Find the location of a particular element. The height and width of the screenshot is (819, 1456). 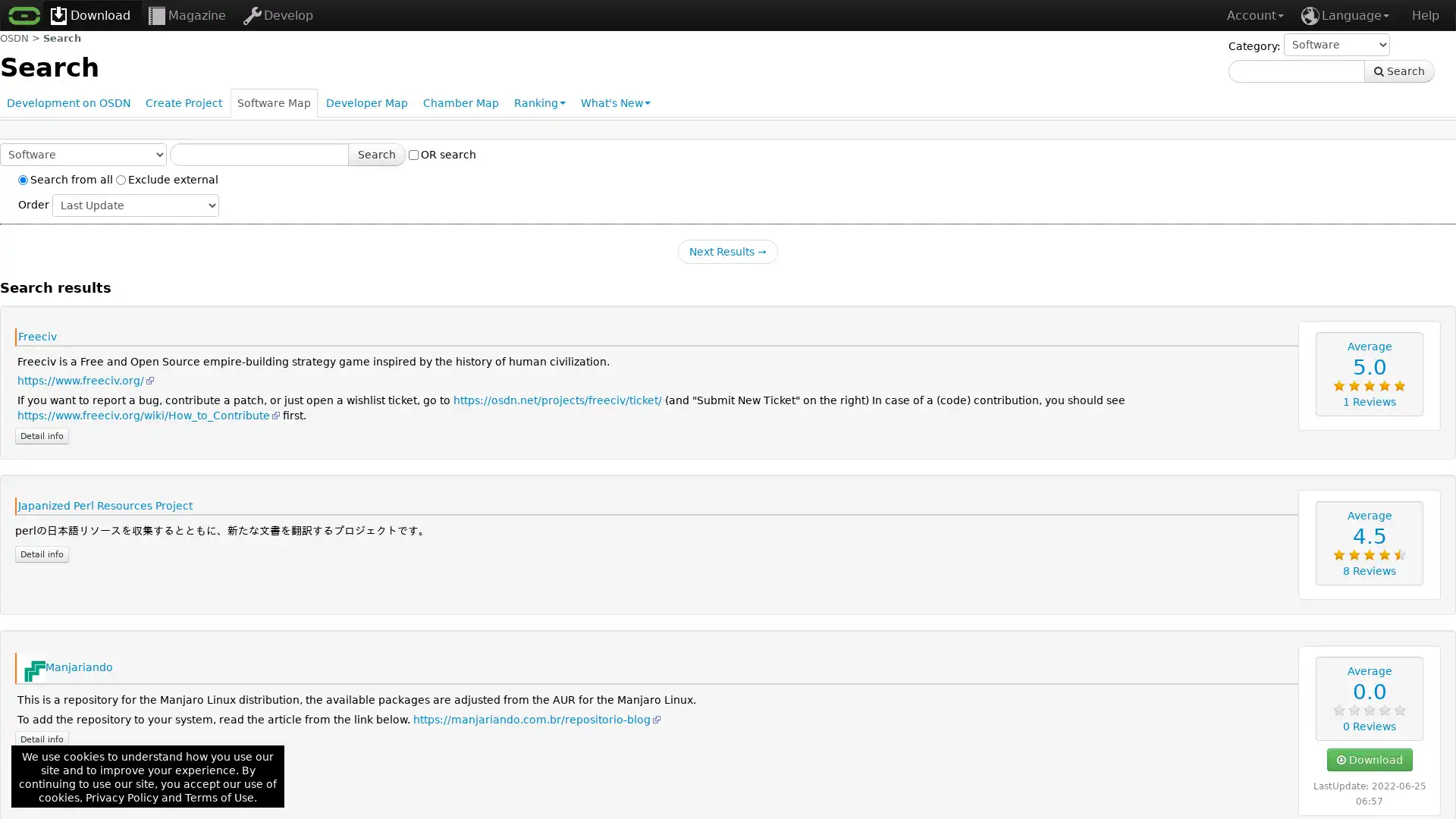

Detail info is located at coordinates (42, 435).